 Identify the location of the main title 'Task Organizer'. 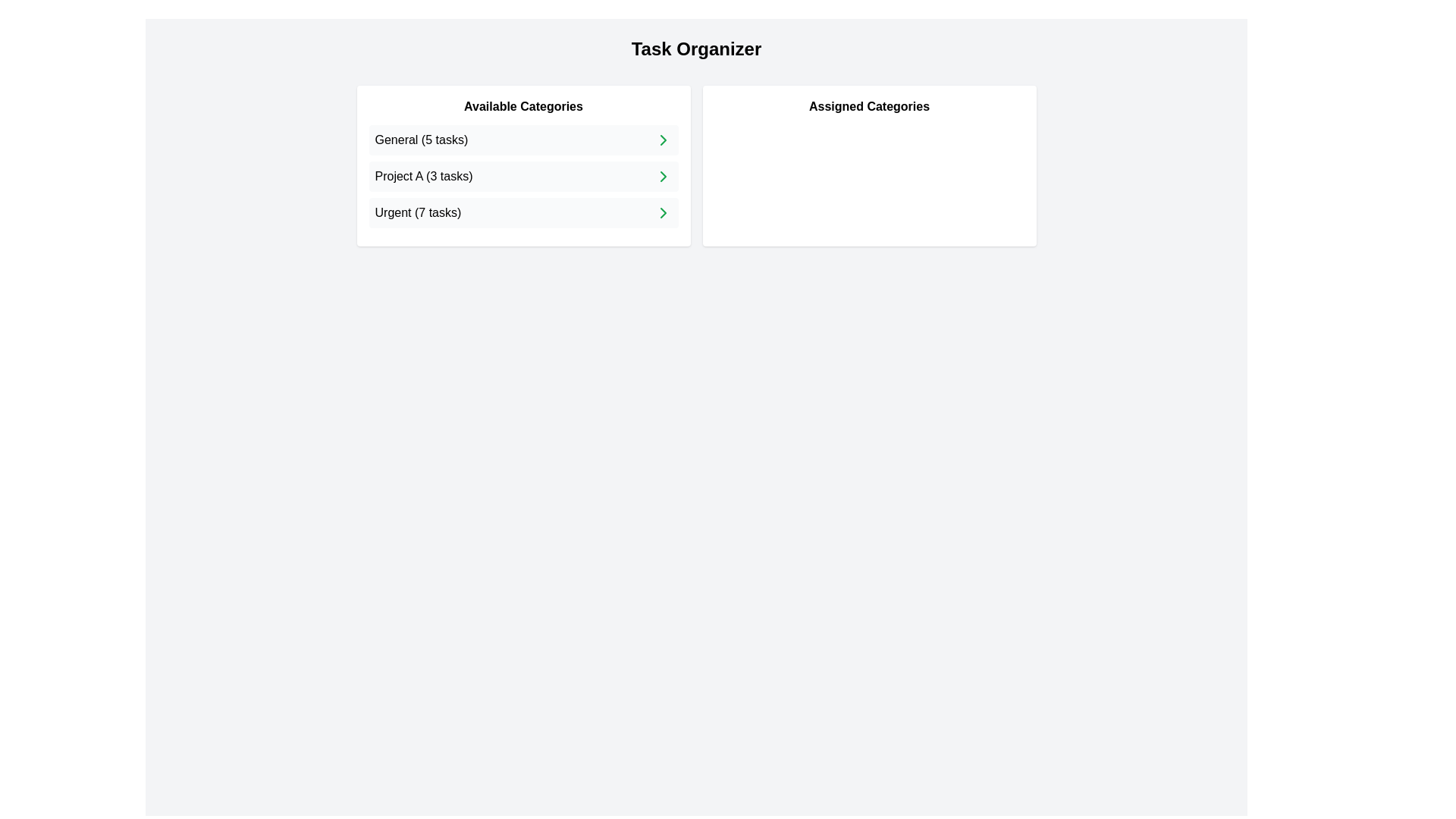
(695, 49).